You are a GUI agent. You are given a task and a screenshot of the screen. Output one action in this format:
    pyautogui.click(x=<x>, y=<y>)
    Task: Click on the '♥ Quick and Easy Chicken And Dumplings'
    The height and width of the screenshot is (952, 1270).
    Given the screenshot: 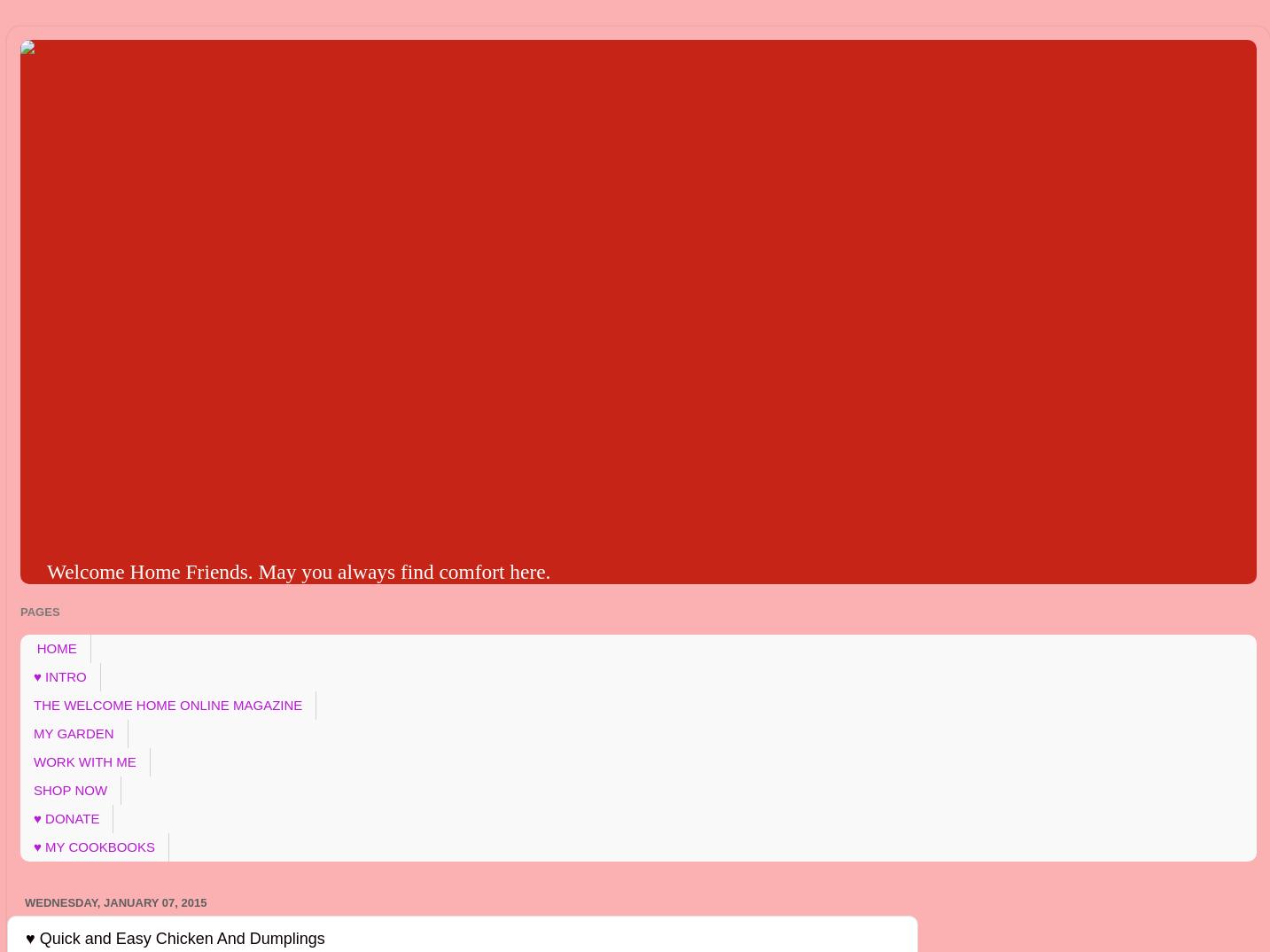 What is the action you would take?
    pyautogui.click(x=24, y=937)
    